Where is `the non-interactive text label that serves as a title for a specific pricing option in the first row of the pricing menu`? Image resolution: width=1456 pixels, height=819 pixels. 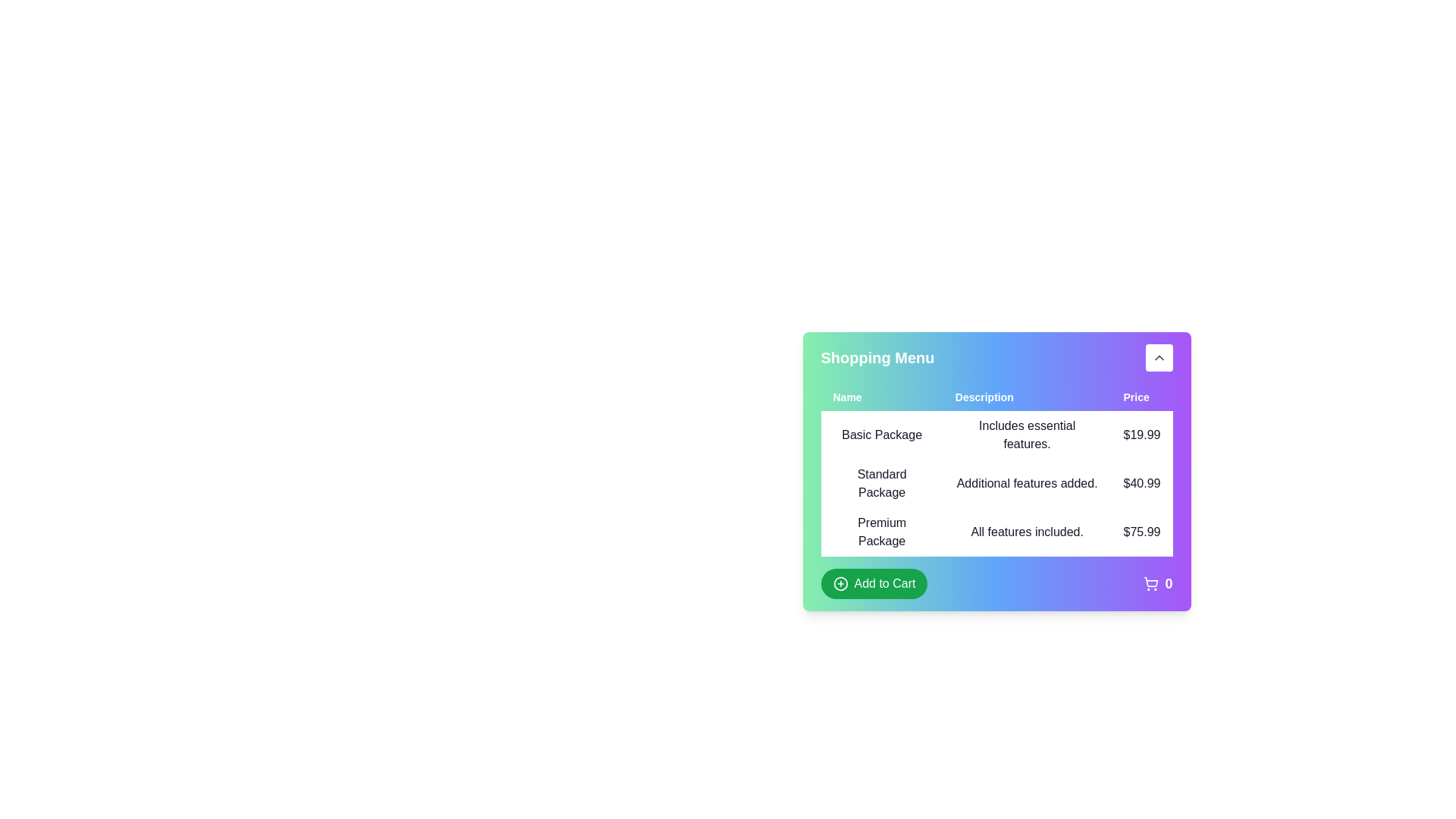 the non-interactive text label that serves as a title for a specific pricing option in the first row of the pricing menu is located at coordinates (882, 435).